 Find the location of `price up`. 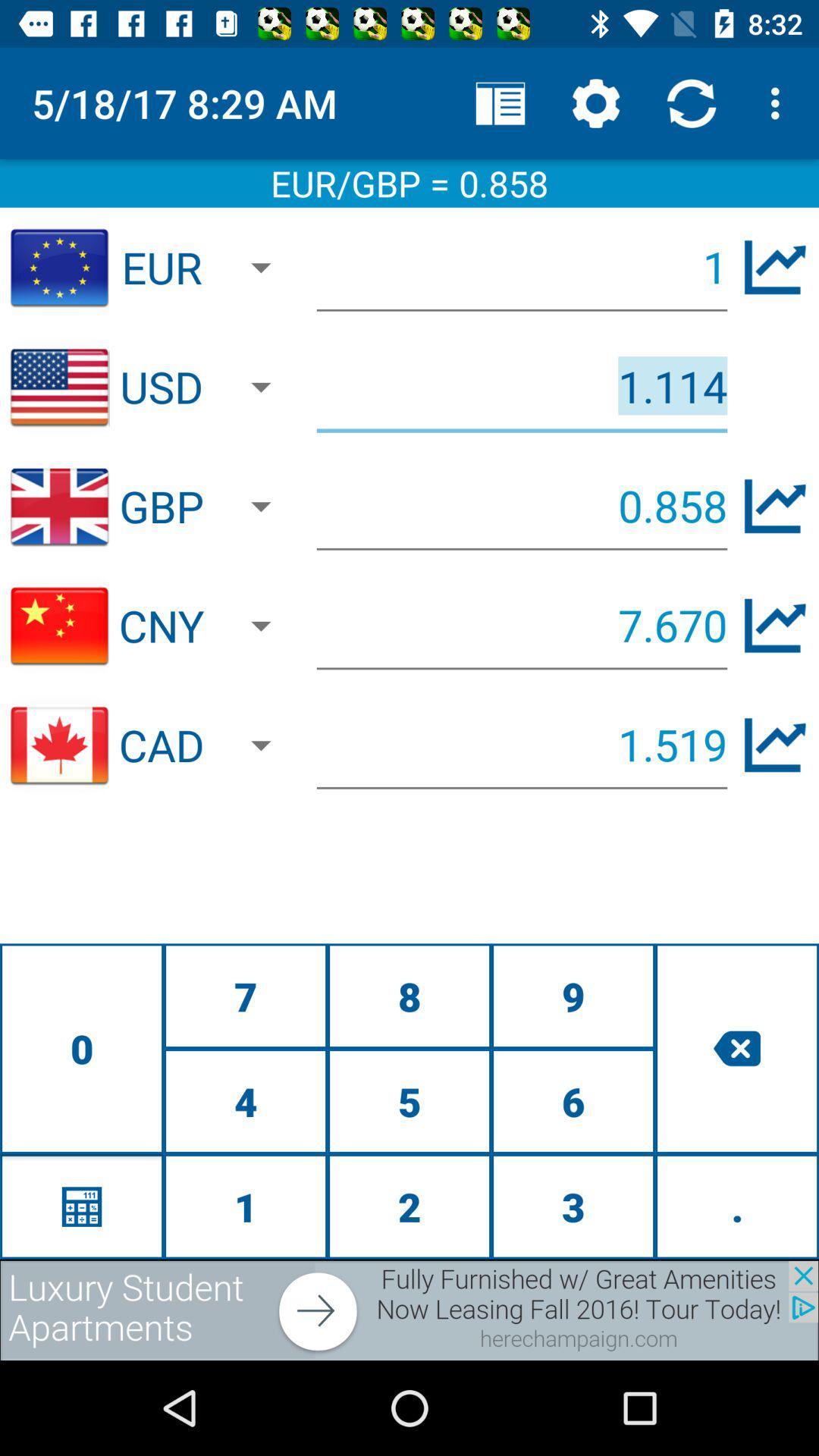

price up is located at coordinates (775, 506).